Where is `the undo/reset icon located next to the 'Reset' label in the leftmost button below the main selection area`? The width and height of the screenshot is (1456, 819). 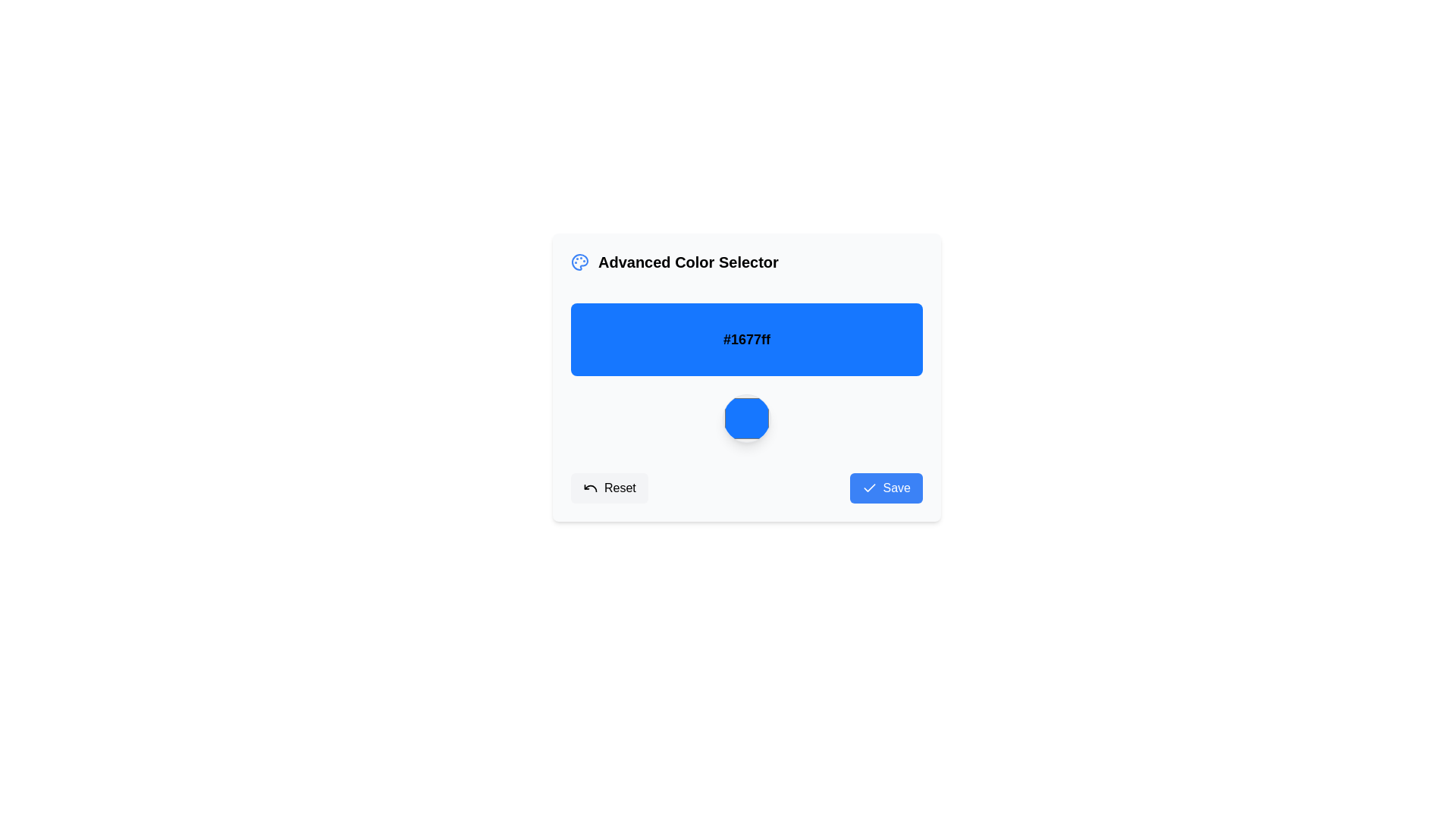
the undo/reset icon located next to the 'Reset' label in the leftmost button below the main selection area is located at coordinates (589, 488).